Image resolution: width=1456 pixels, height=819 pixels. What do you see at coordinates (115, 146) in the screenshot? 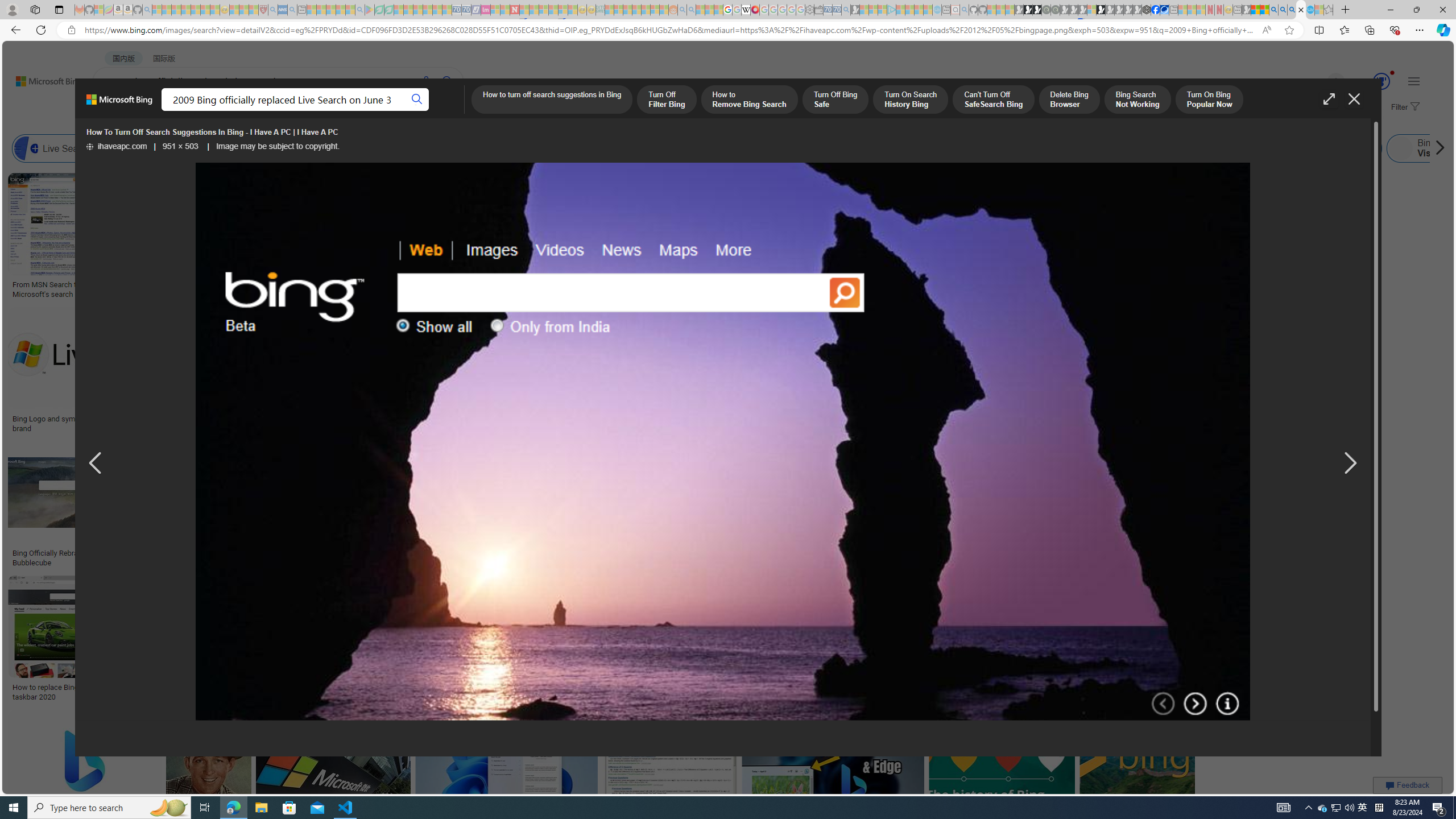
I see `'ihaveapc.com'` at bounding box center [115, 146].